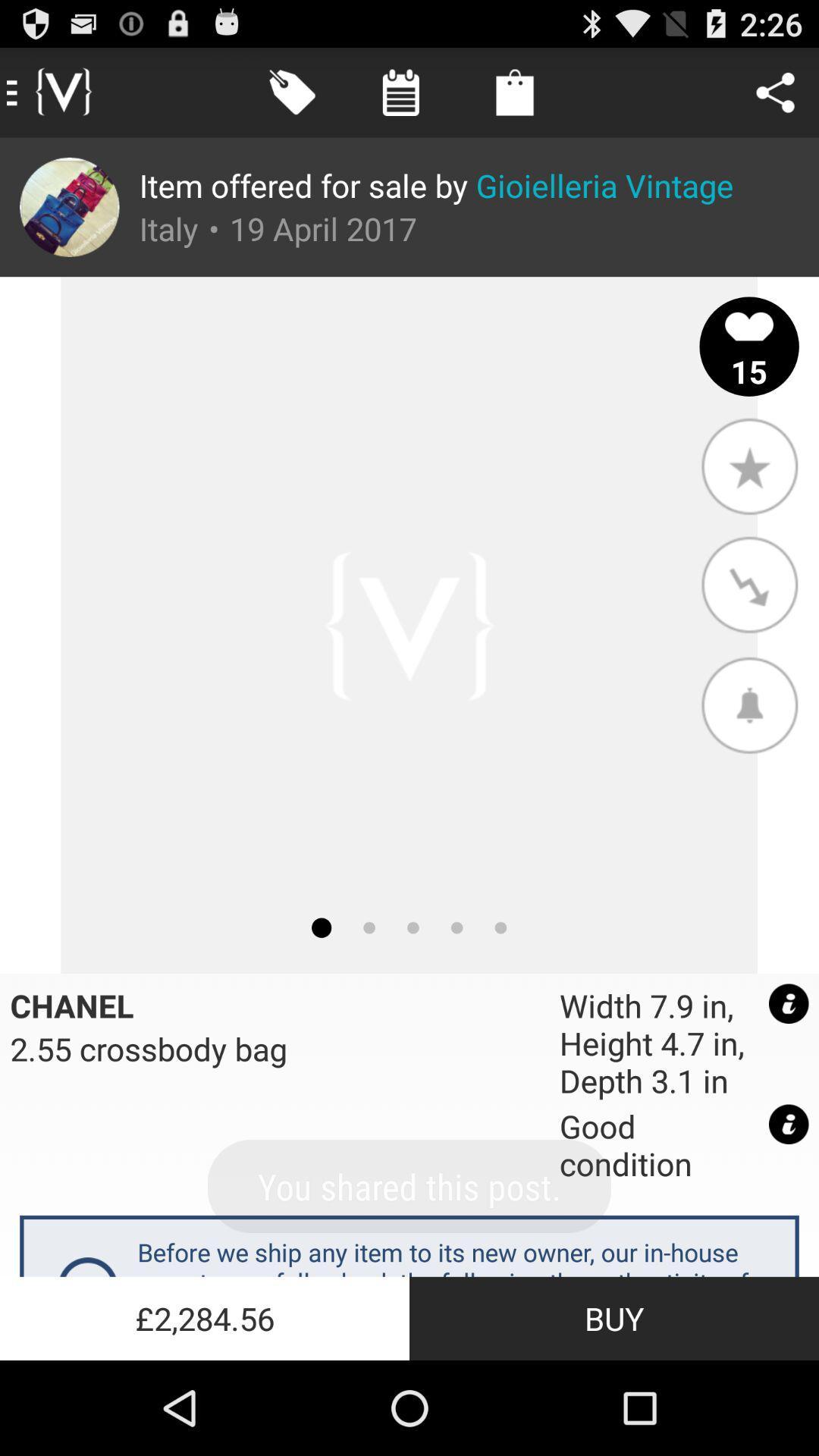  Describe the element at coordinates (436, 184) in the screenshot. I see `the item offered for` at that location.